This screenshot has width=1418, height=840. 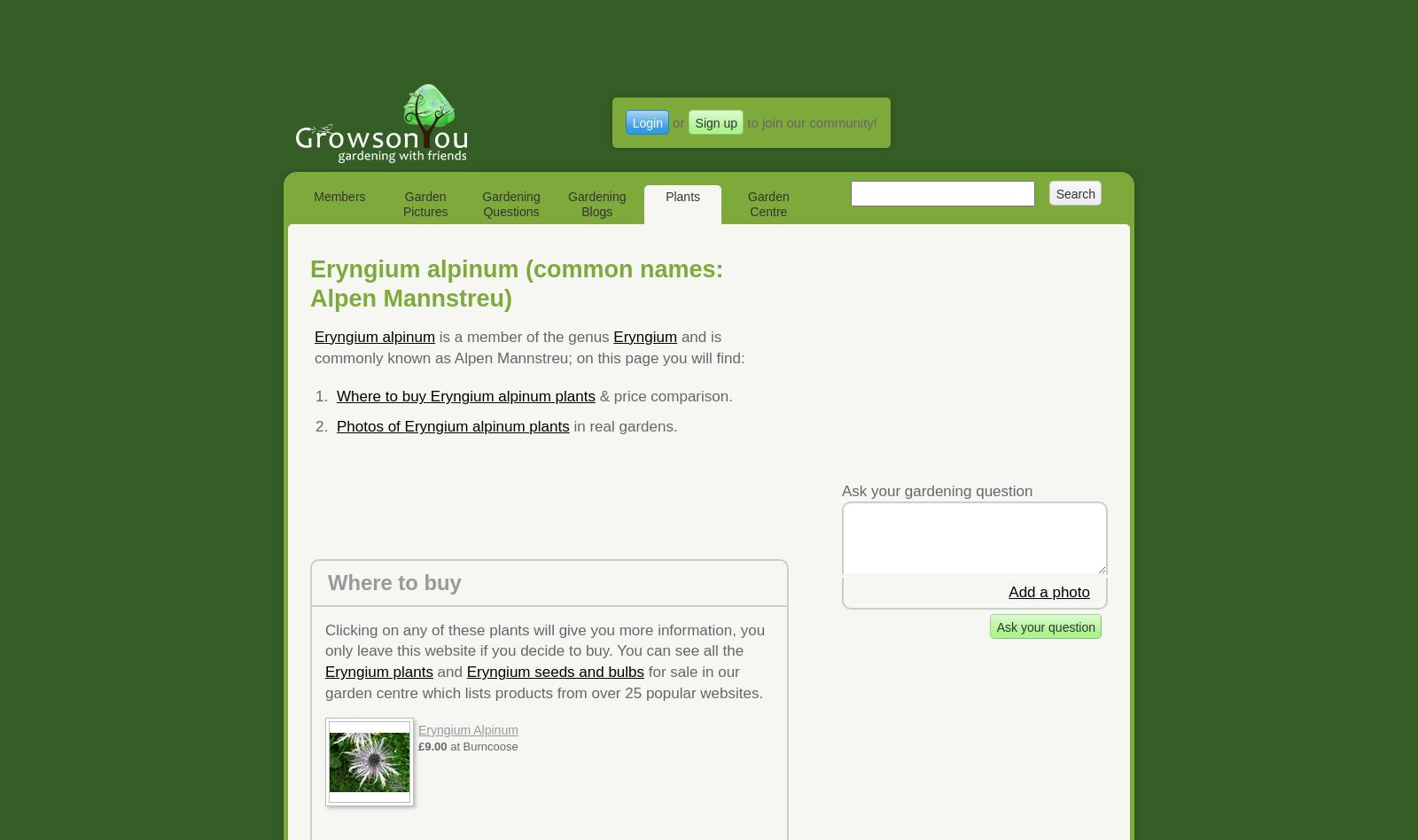 What do you see at coordinates (325, 640) in the screenshot?
I see `'Clicking on any of these plants will give you more information, you only leave this website if you decide to buy.
        You can see all the'` at bounding box center [325, 640].